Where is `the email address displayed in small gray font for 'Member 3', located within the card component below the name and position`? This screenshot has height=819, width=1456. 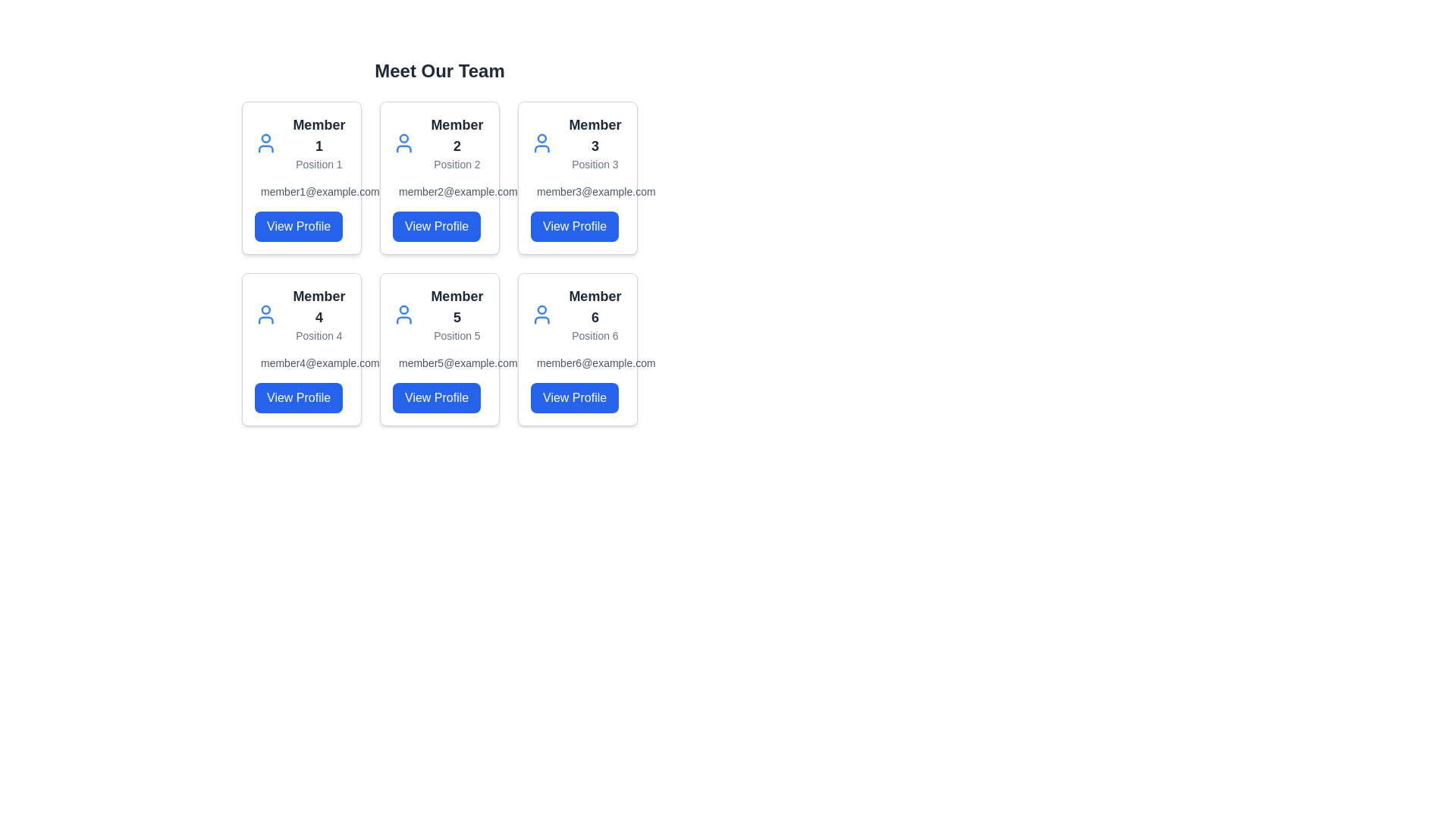 the email address displayed in small gray font for 'Member 3', located within the card component below the name and position is located at coordinates (577, 191).